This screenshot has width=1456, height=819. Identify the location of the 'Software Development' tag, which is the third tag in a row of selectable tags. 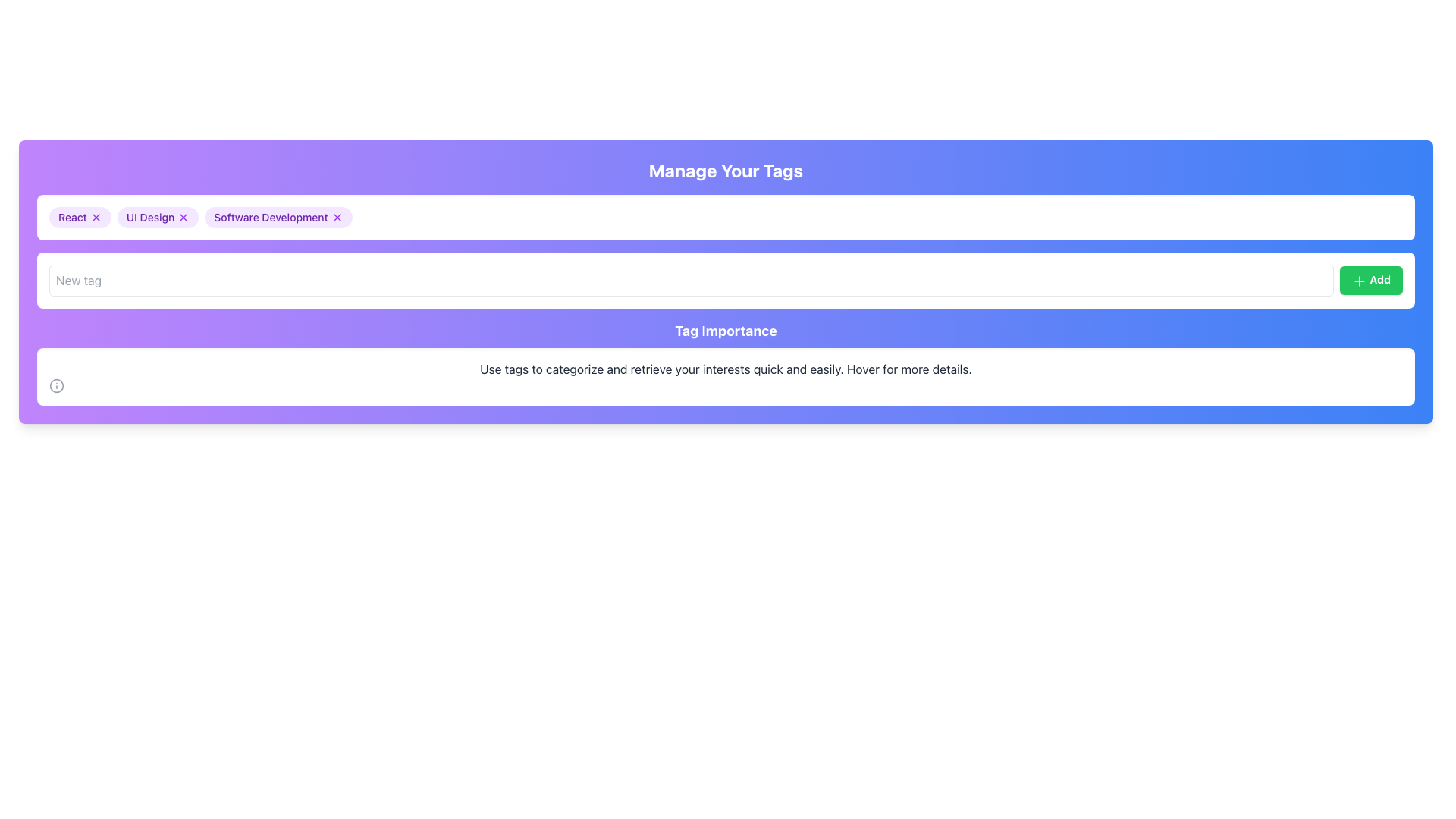
(278, 217).